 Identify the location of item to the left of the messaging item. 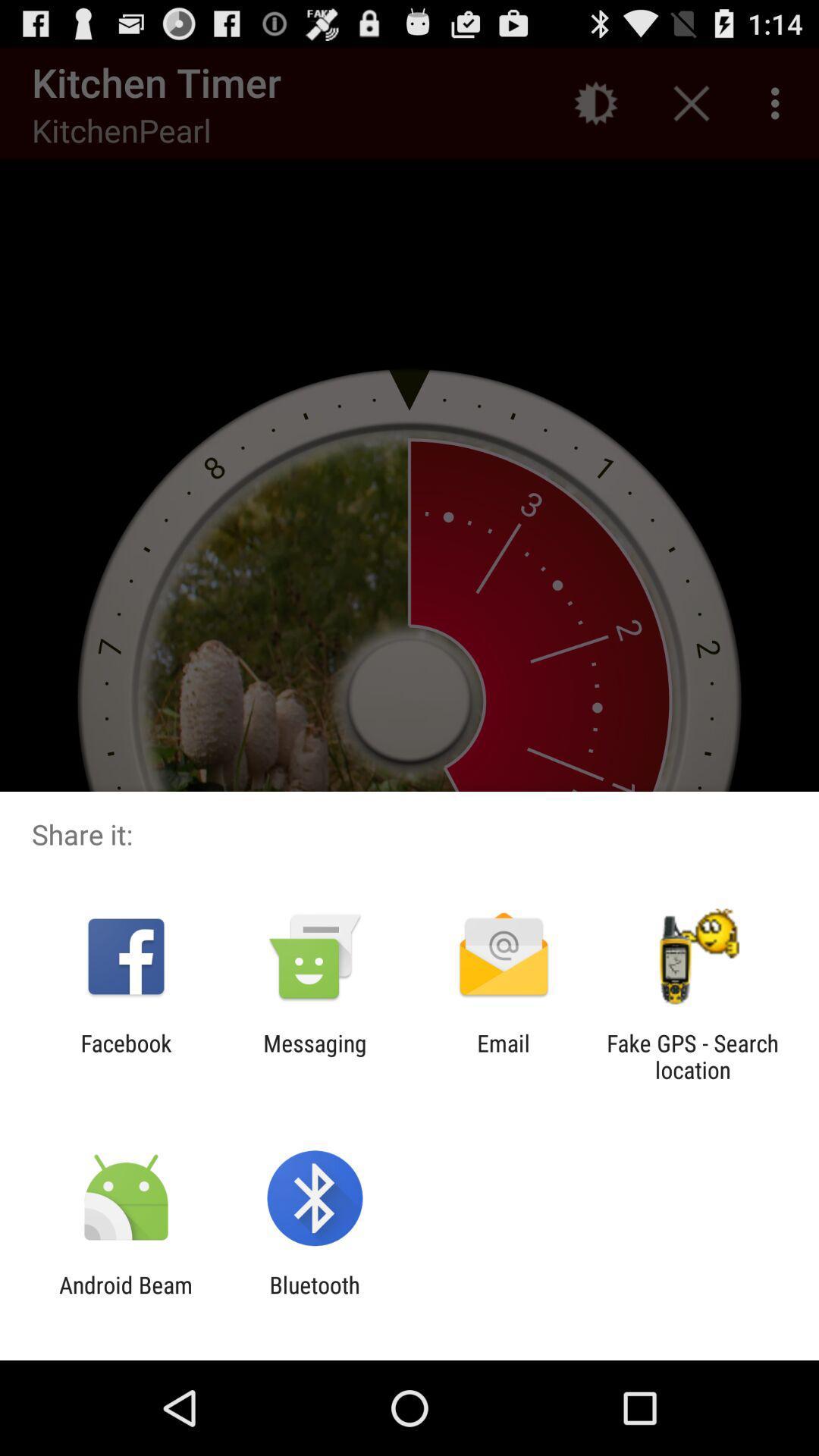
(125, 1056).